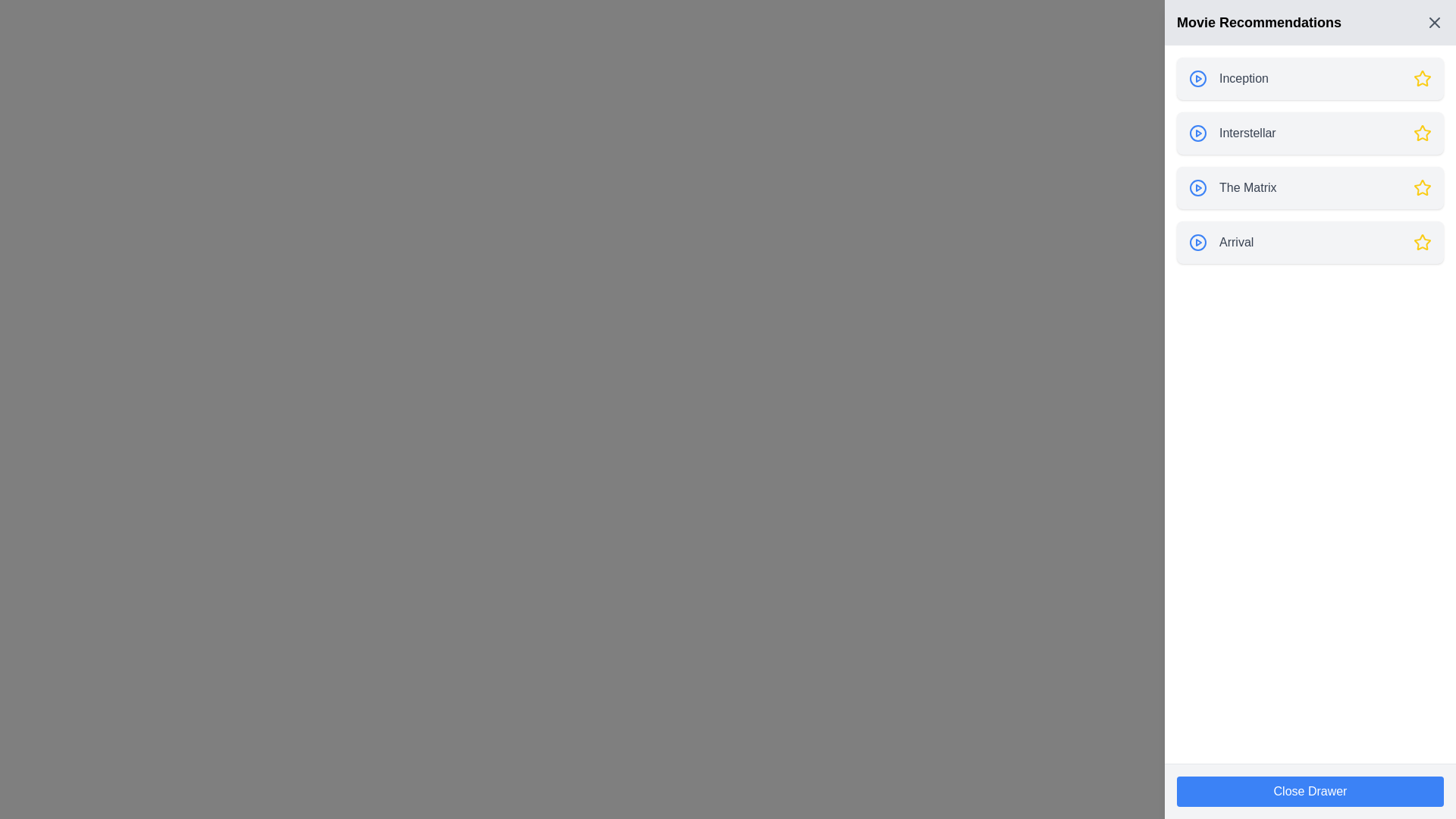 The width and height of the screenshot is (1456, 819). I want to click on the fourth star icon located to the right of 'The Matrix' in the 'Movie Recommendations' section, so click(1422, 187).